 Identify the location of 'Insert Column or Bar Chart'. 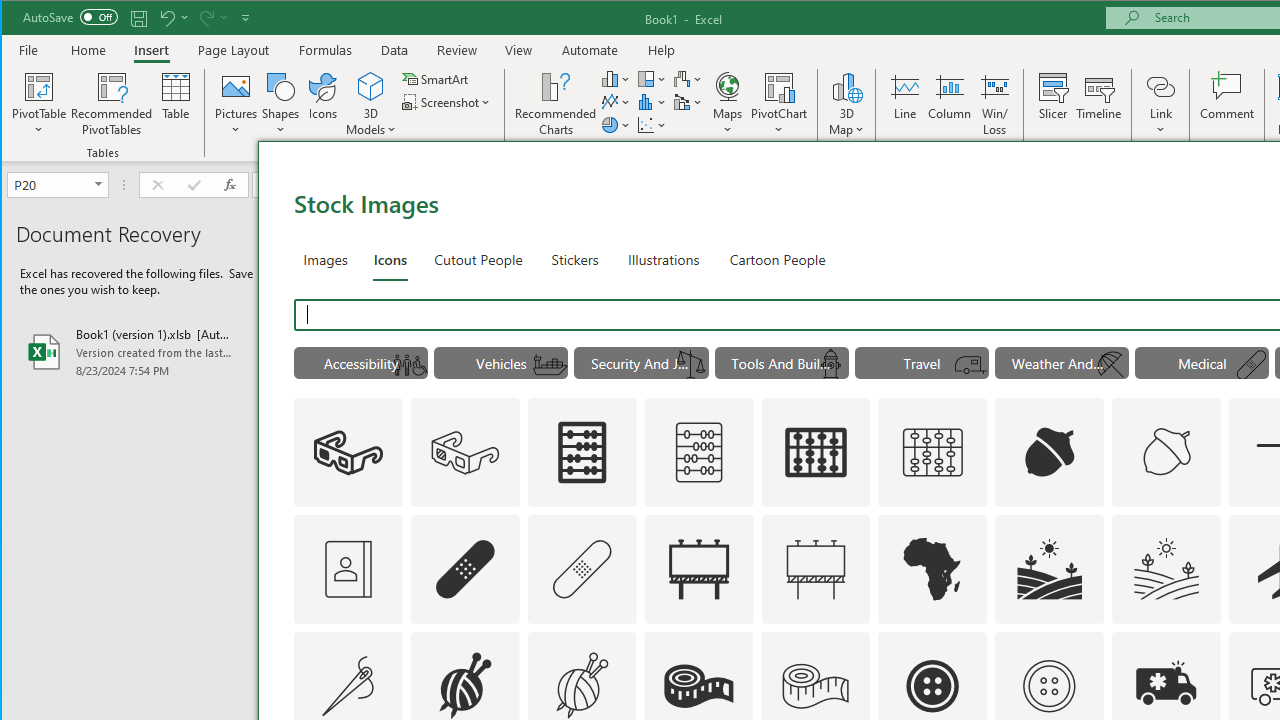
(615, 78).